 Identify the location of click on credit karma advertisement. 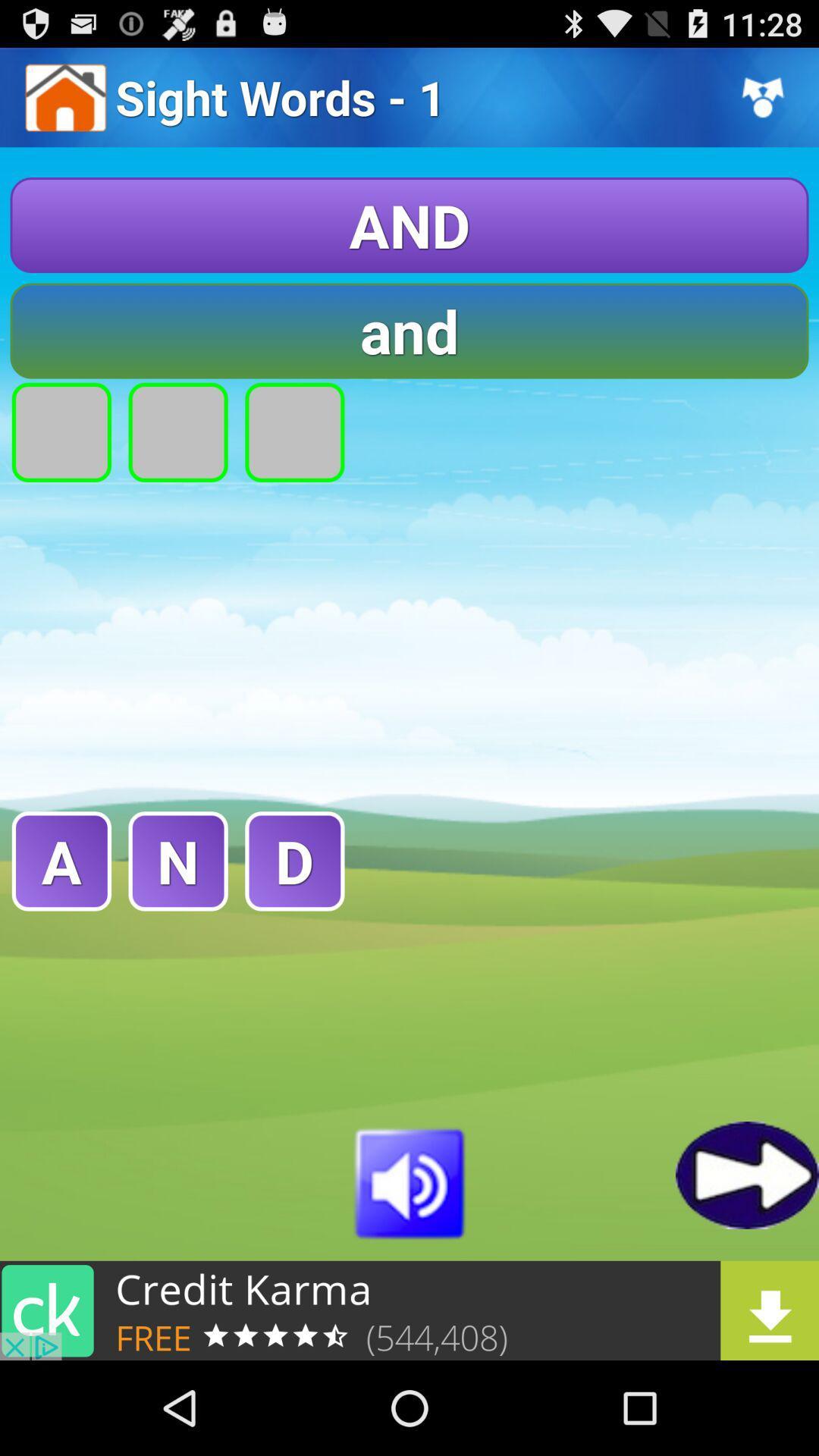
(409, 1310).